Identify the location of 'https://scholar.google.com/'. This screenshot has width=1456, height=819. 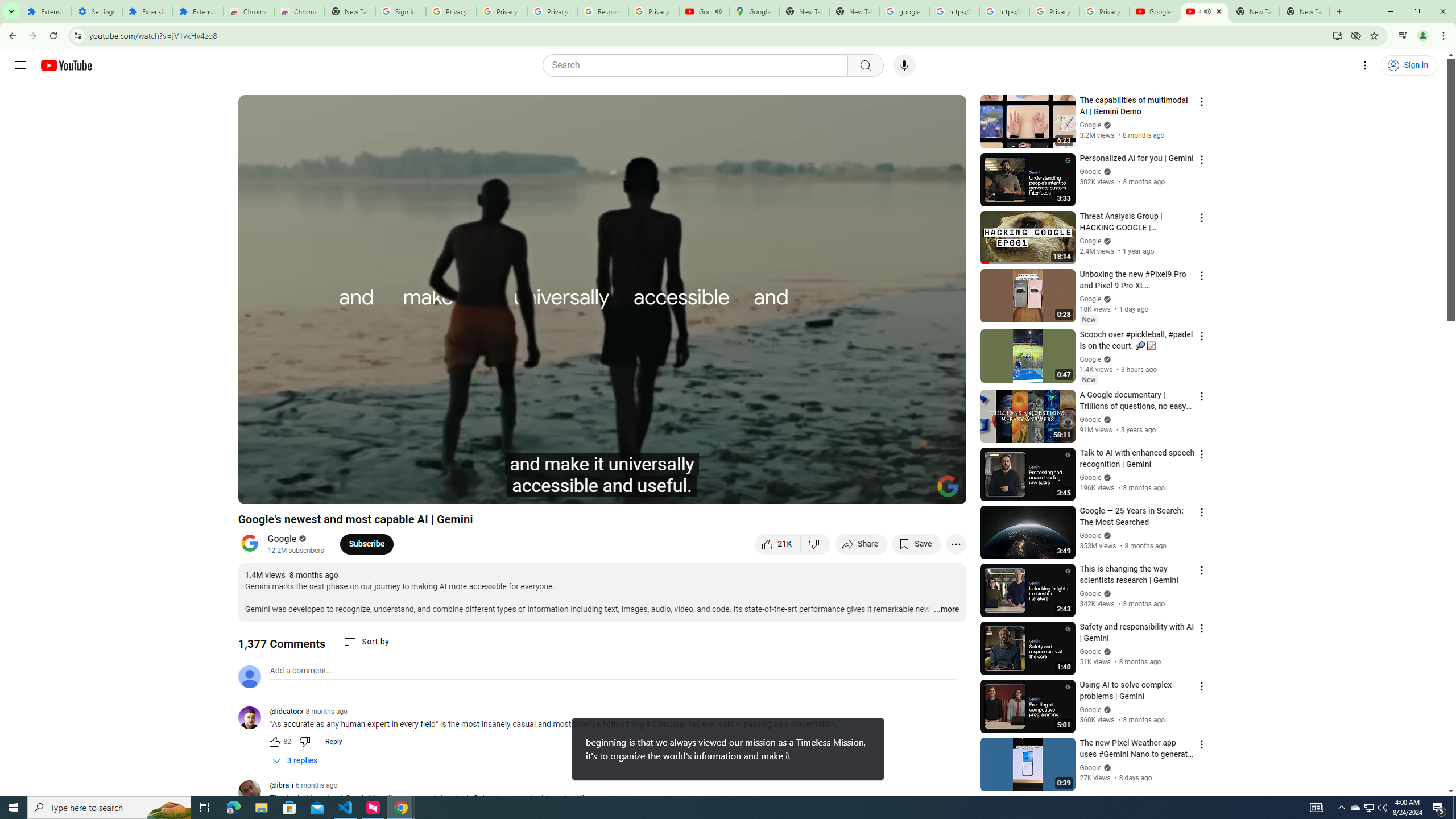
(1004, 11).